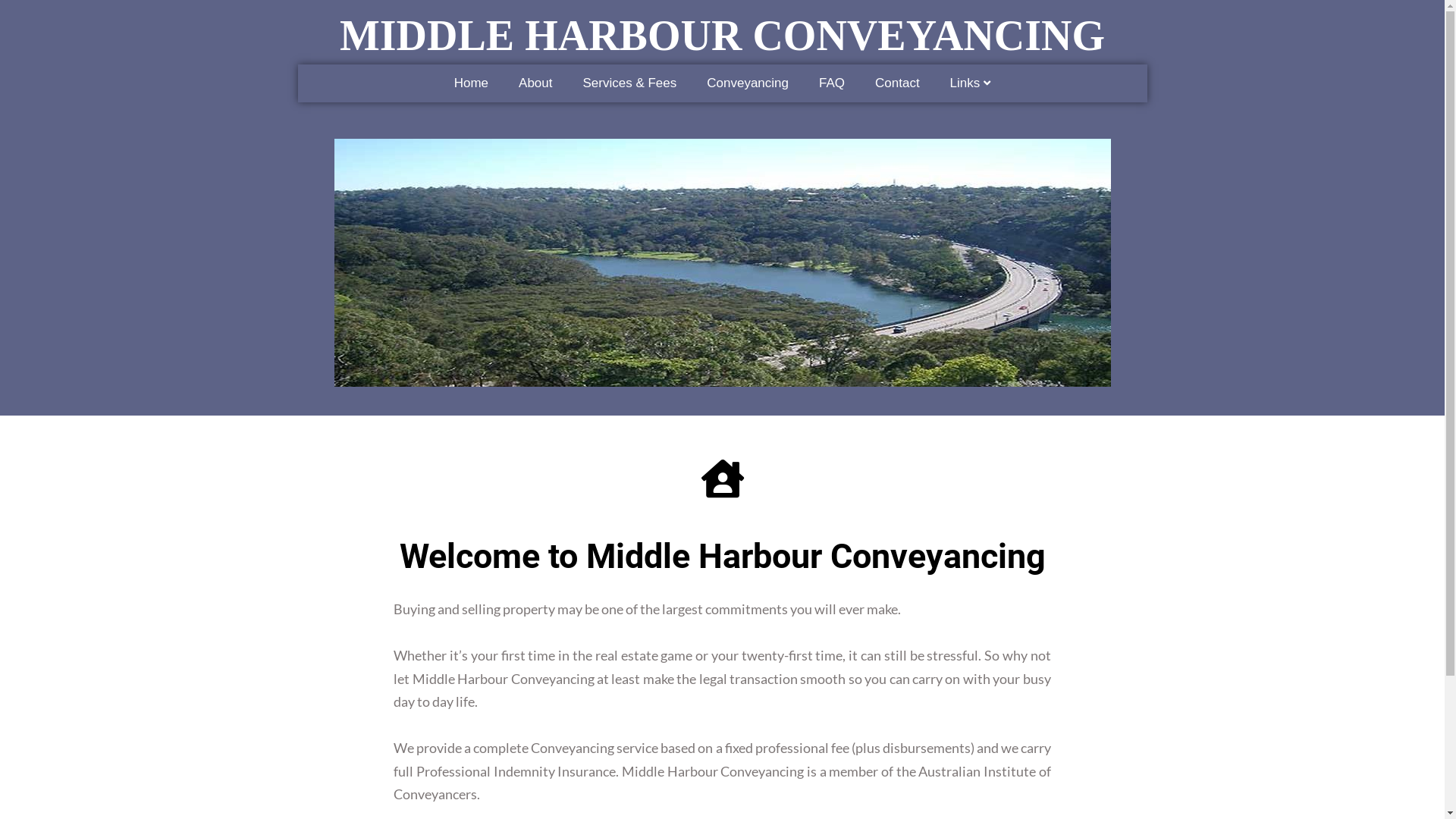 The height and width of the screenshot is (819, 1456). Describe the element at coordinates (971, 83) in the screenshot. I see `'Links'` at that location.